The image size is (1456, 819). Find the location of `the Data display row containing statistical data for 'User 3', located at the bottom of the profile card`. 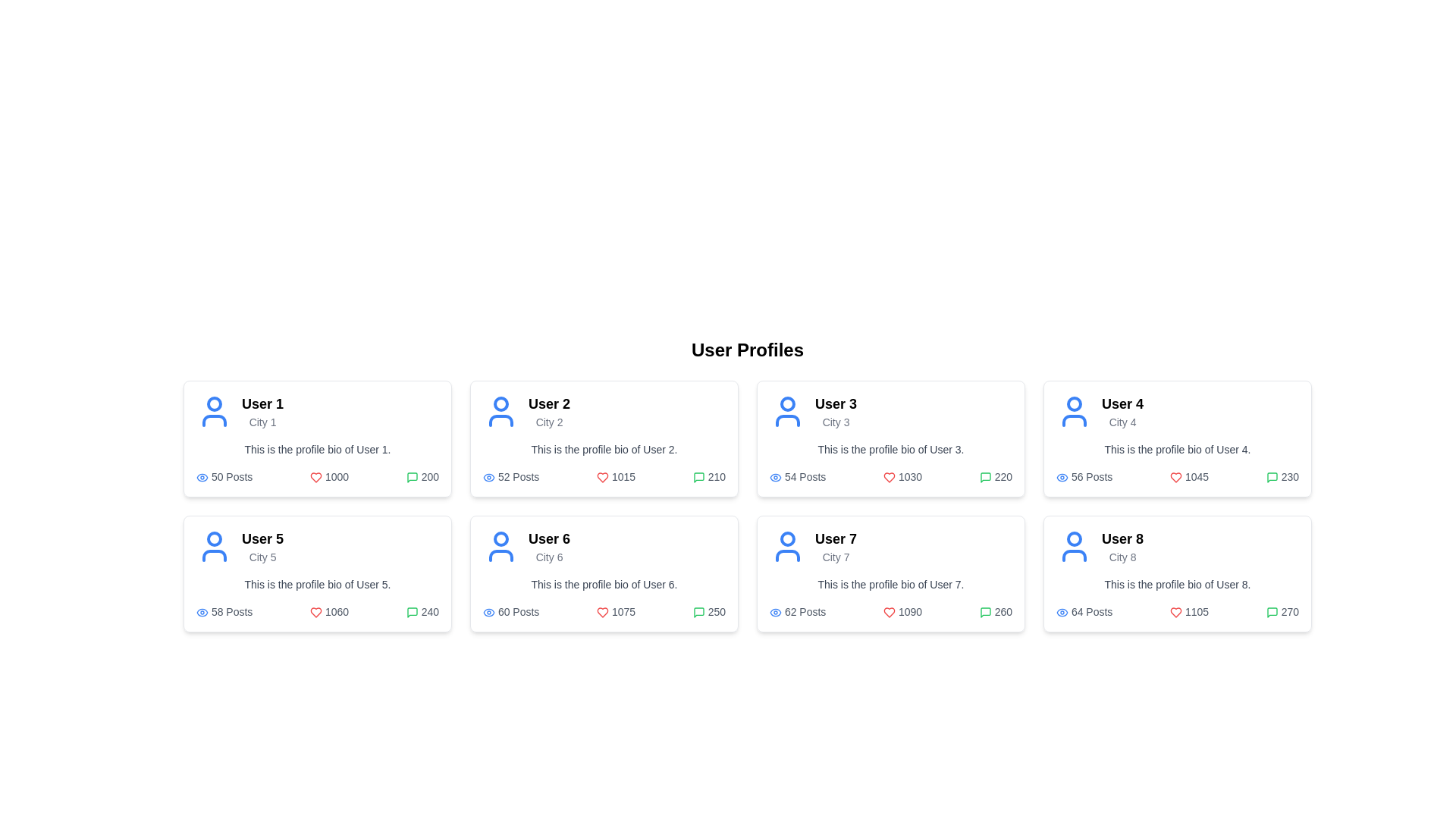

the Data display row containing statistical data for 'User 3', located at the bottom of the profile card is located at coordinates (891, 475).